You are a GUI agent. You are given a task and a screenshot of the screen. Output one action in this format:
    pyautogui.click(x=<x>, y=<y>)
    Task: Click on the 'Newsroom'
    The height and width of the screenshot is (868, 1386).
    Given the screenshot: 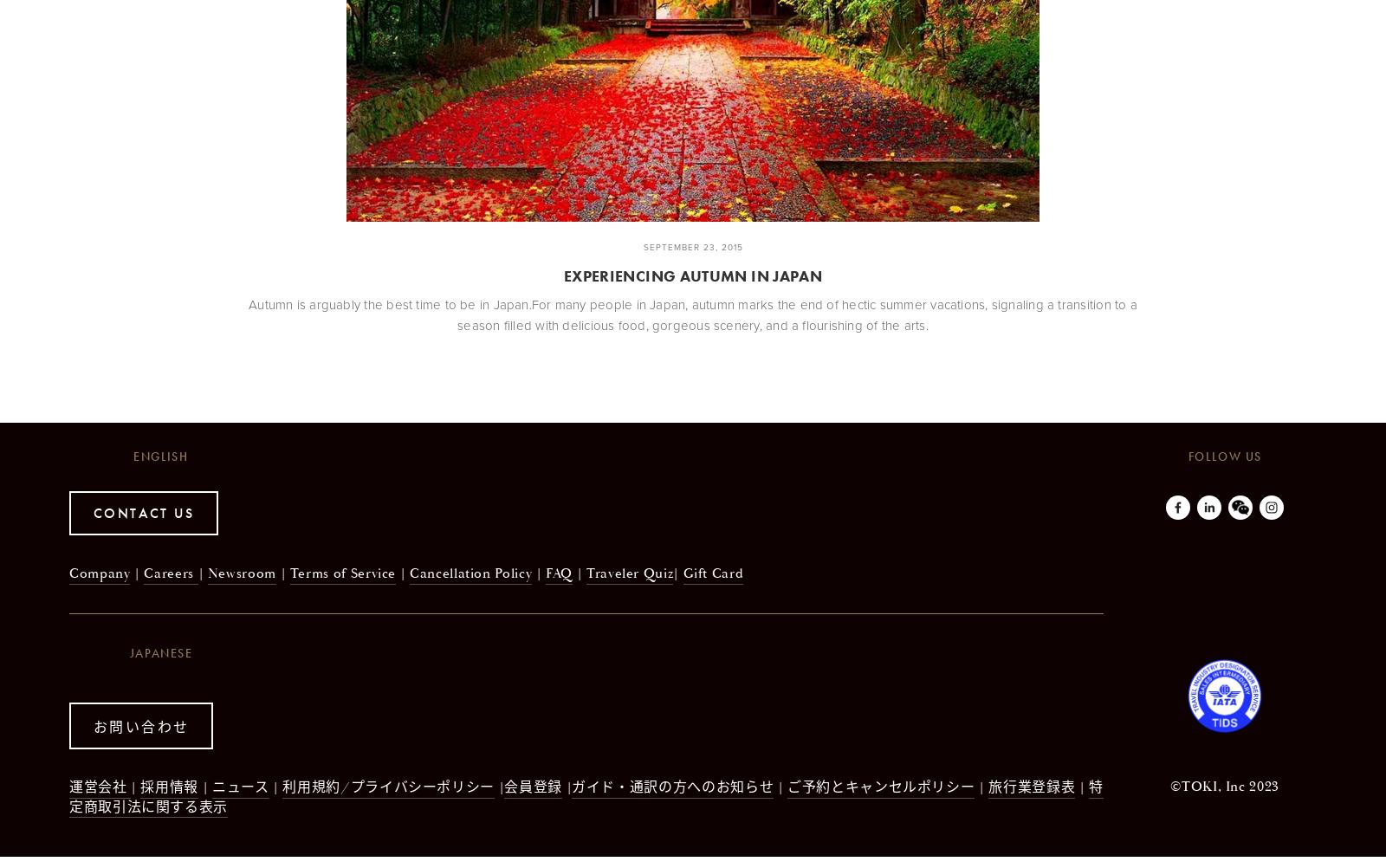 What is the action you would take?
    pyautogui.click(x=241, y=572)
    